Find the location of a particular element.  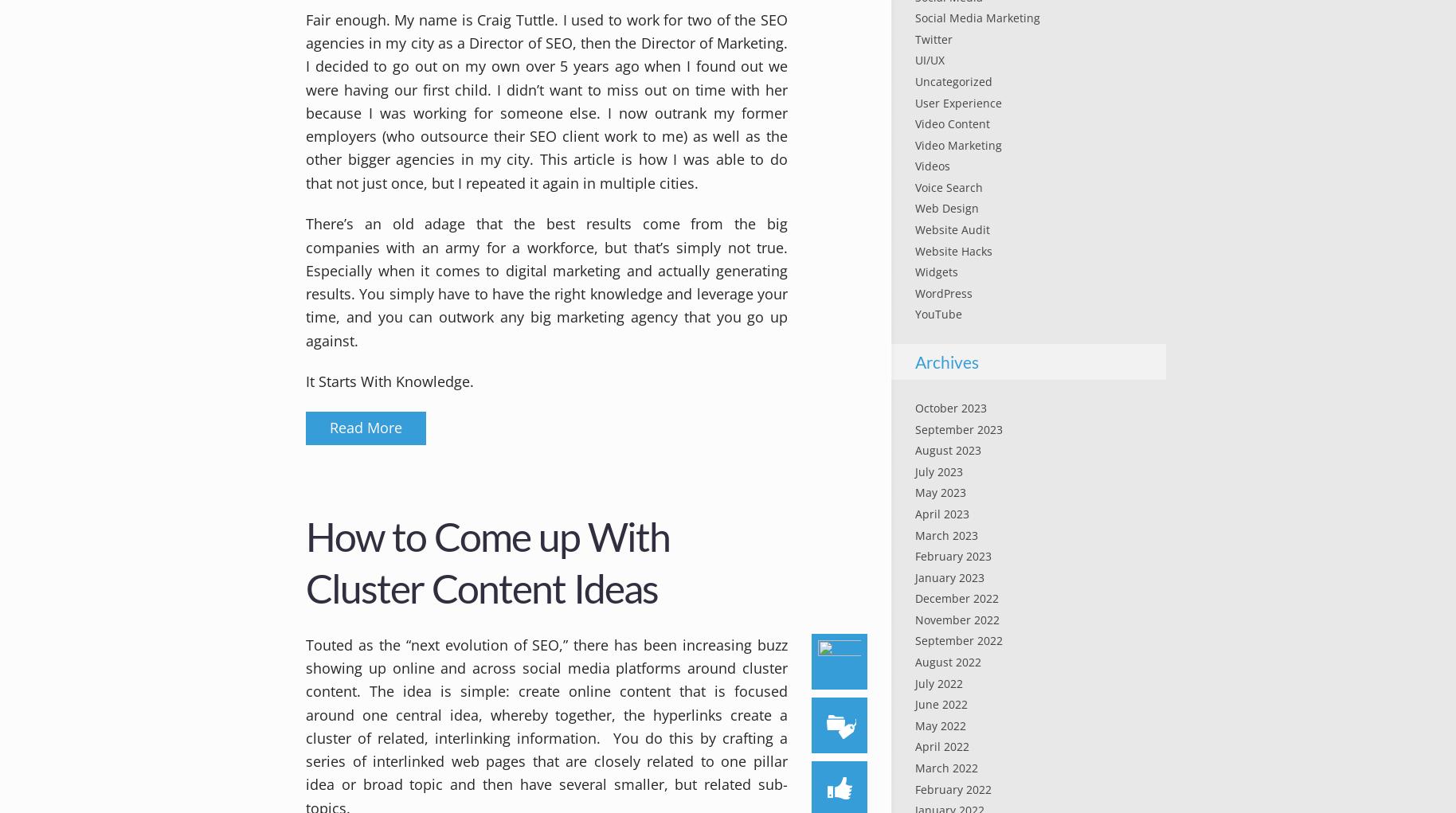

'Archives' is located at coordinates (945, 361).